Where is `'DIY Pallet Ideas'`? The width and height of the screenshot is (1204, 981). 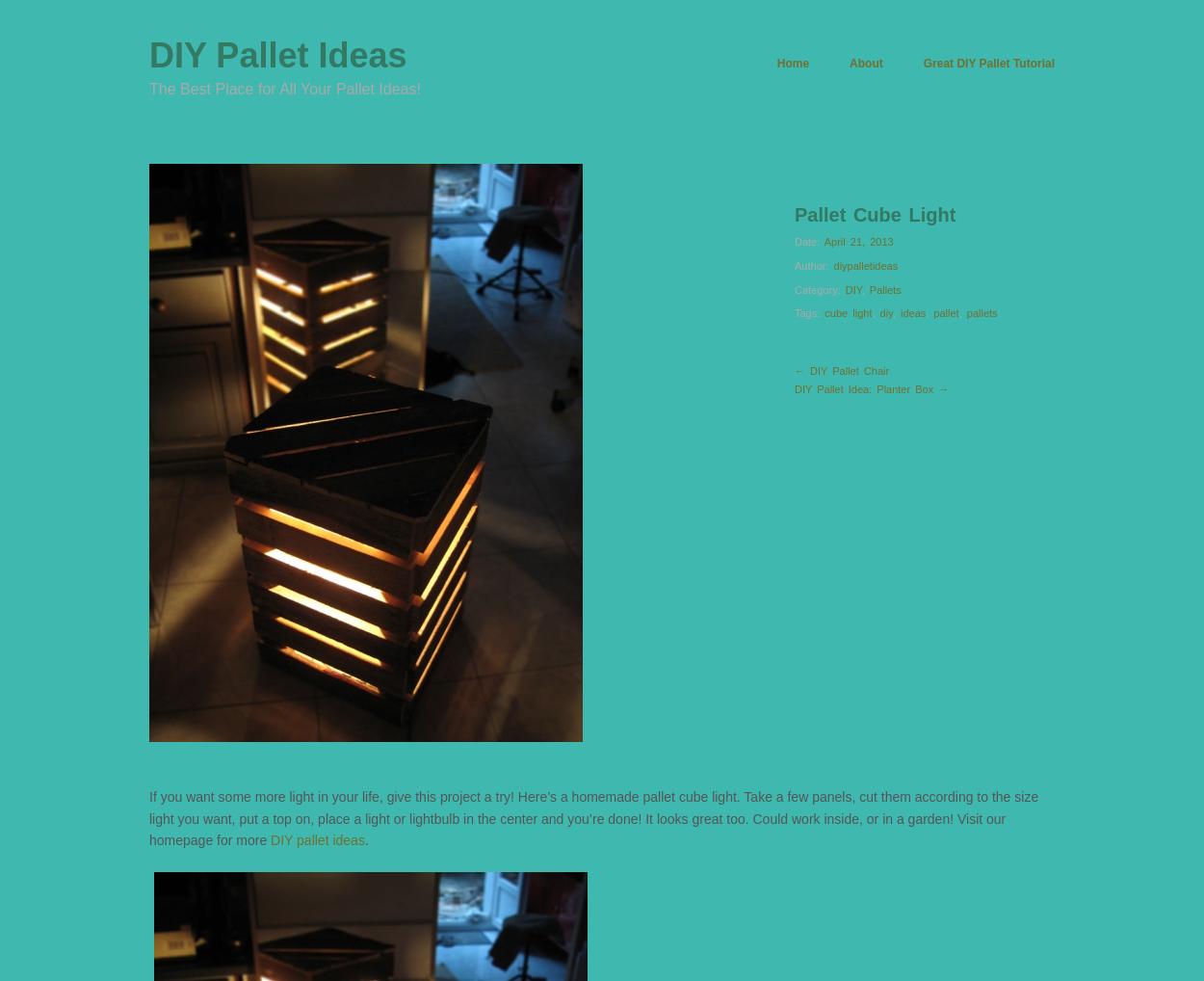
'DIY Pallet Ideas' is located at coordinates (277, 55).